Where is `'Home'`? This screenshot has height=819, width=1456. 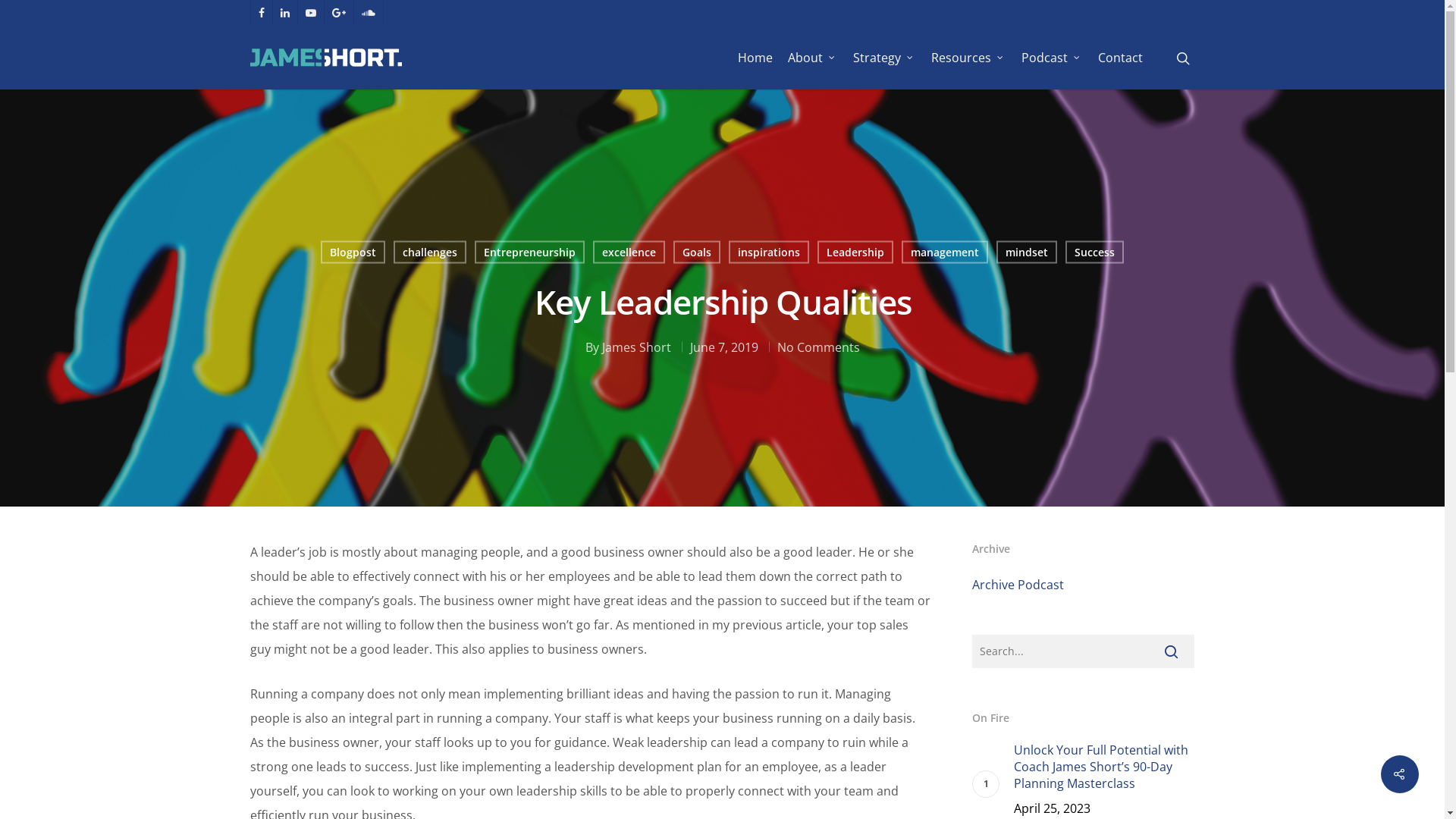 'Home' is located at coordinates (755, 57).